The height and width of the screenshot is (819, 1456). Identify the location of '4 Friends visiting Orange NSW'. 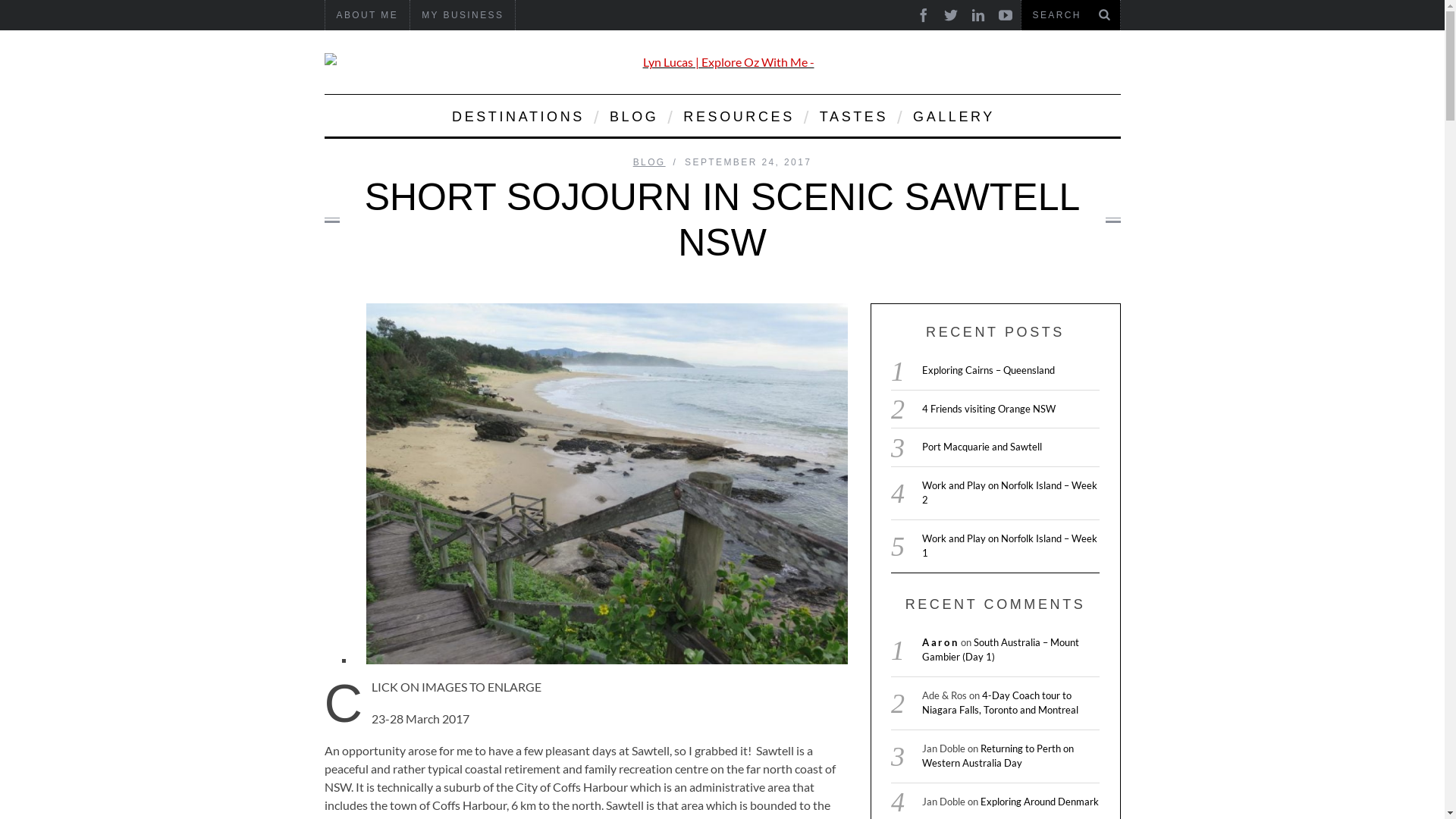
(989, 408).